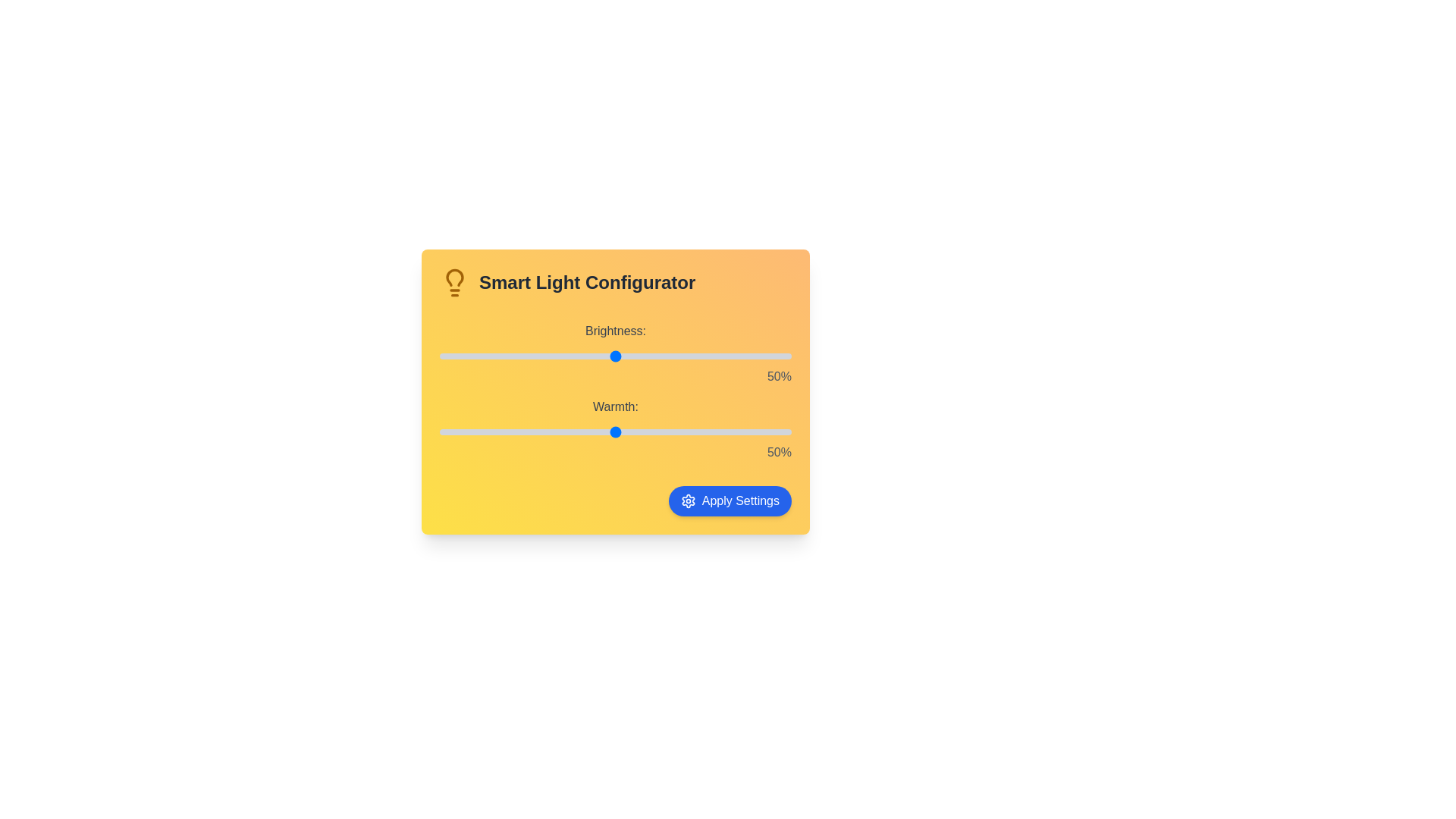  Describe the element at coordinates (629, 432) in the screenshot. I see `the warmth level` at that location.